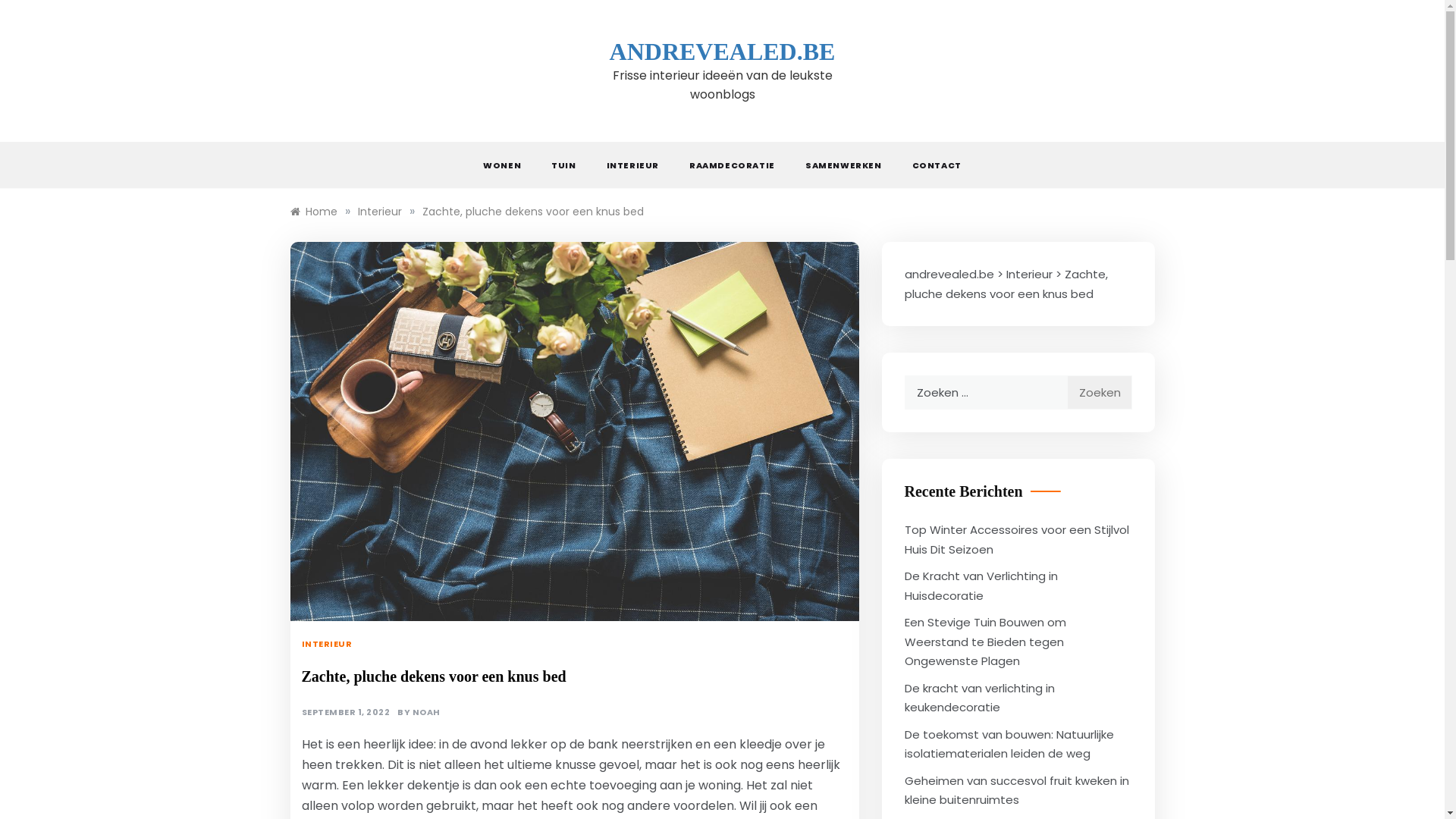 The height and width of the screenshot is (819, 1456). Describe the element at coordinates (563, 165) in the screenshot. I see `'TUIN'` at that location.